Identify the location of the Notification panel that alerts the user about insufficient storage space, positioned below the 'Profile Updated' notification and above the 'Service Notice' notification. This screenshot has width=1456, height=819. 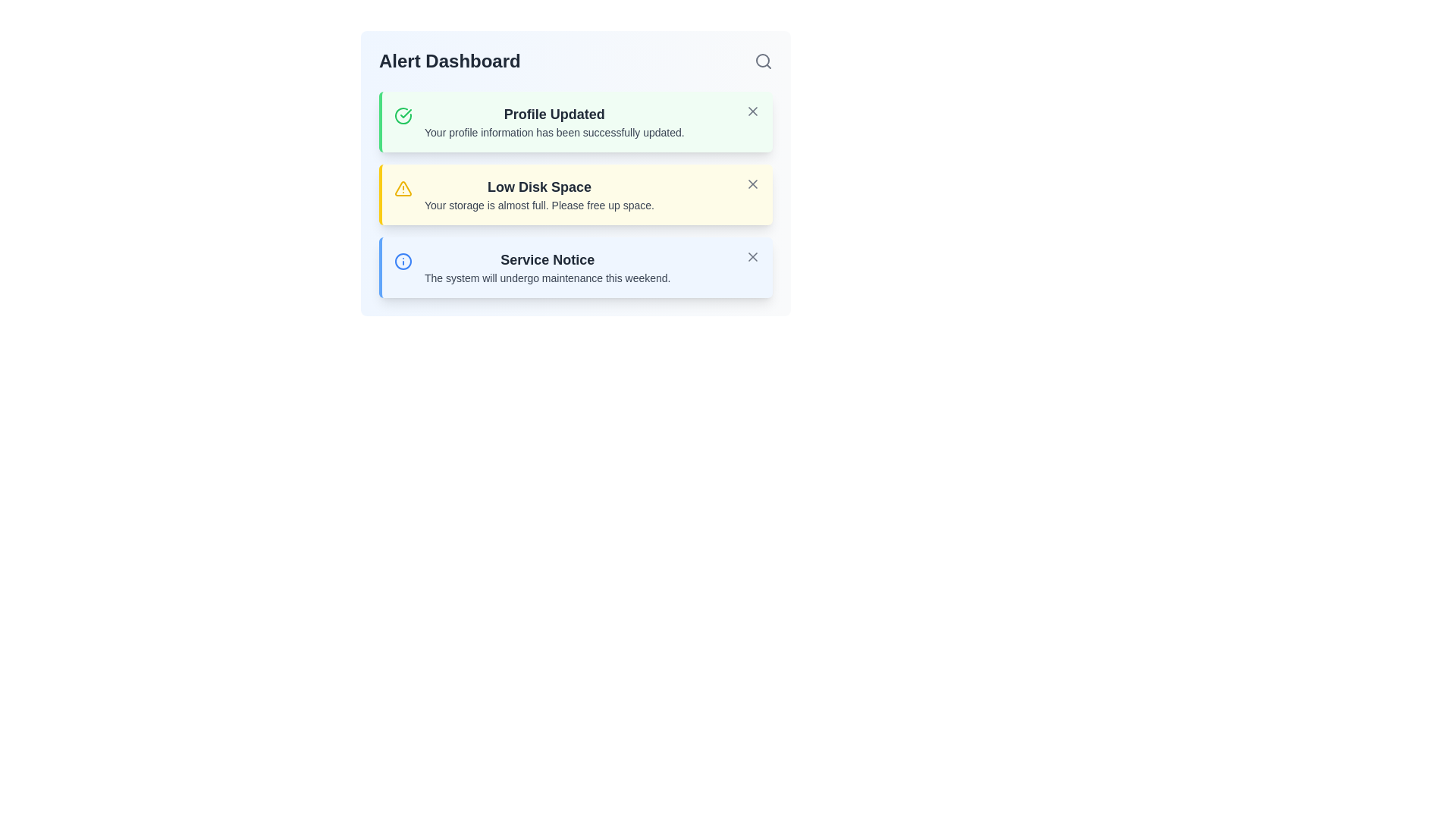
(575, 172).